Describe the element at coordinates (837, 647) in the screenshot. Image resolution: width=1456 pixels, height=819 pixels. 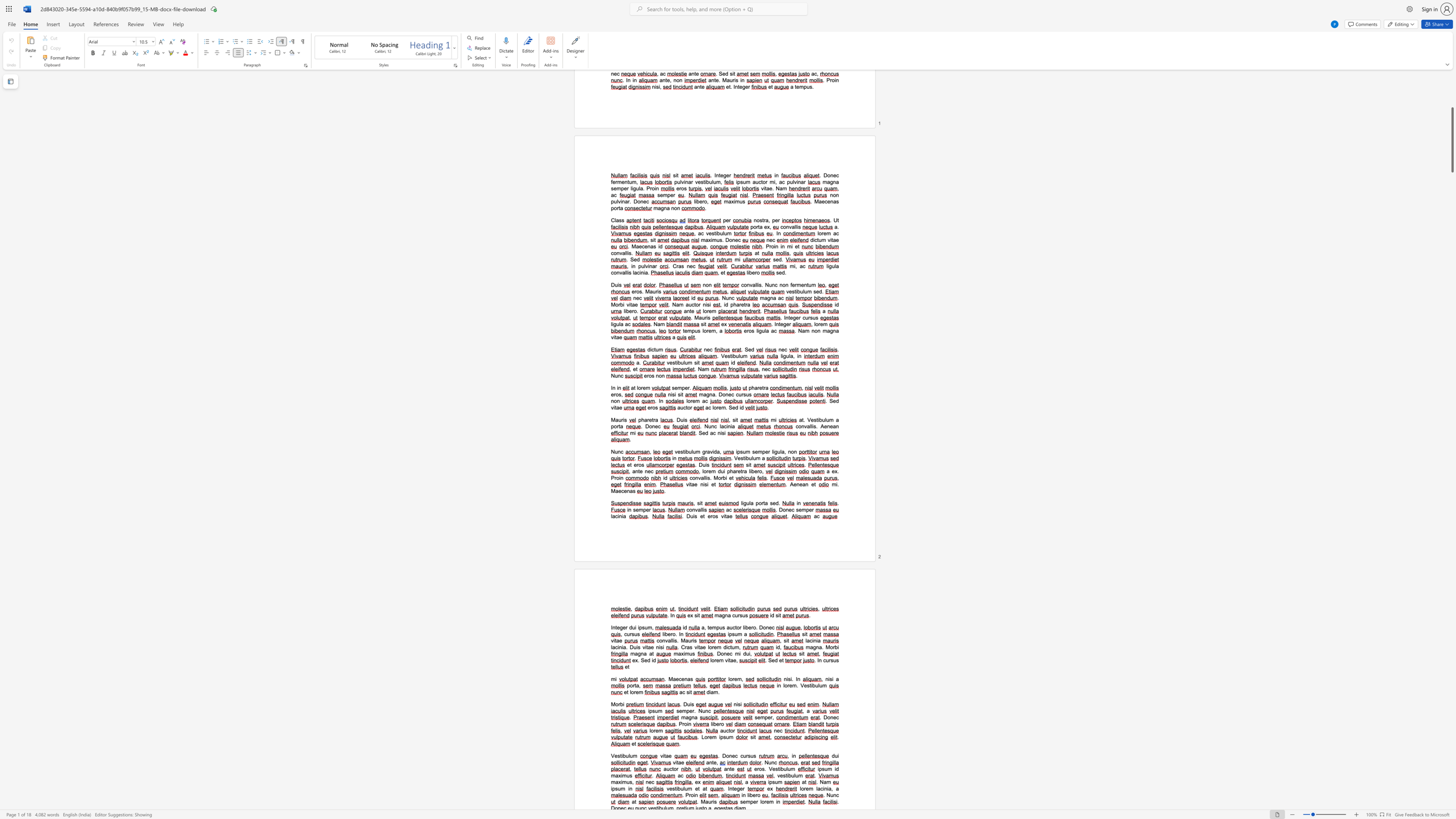
I see `the space between the continuous character "b" and "i" in the text` at that location.